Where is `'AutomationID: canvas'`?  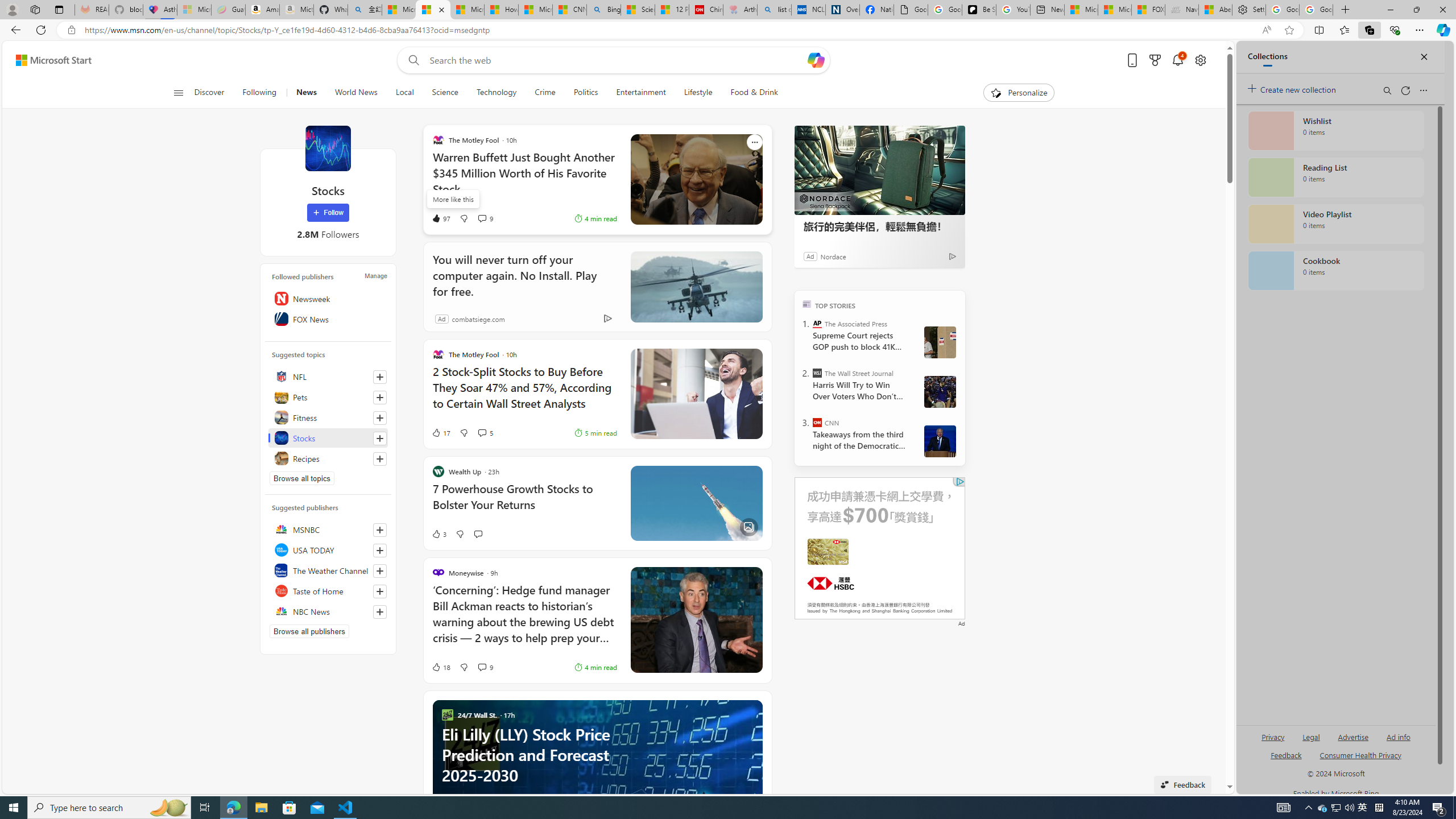
'AutomationID: canvas' is located at coordinates (879, 548).